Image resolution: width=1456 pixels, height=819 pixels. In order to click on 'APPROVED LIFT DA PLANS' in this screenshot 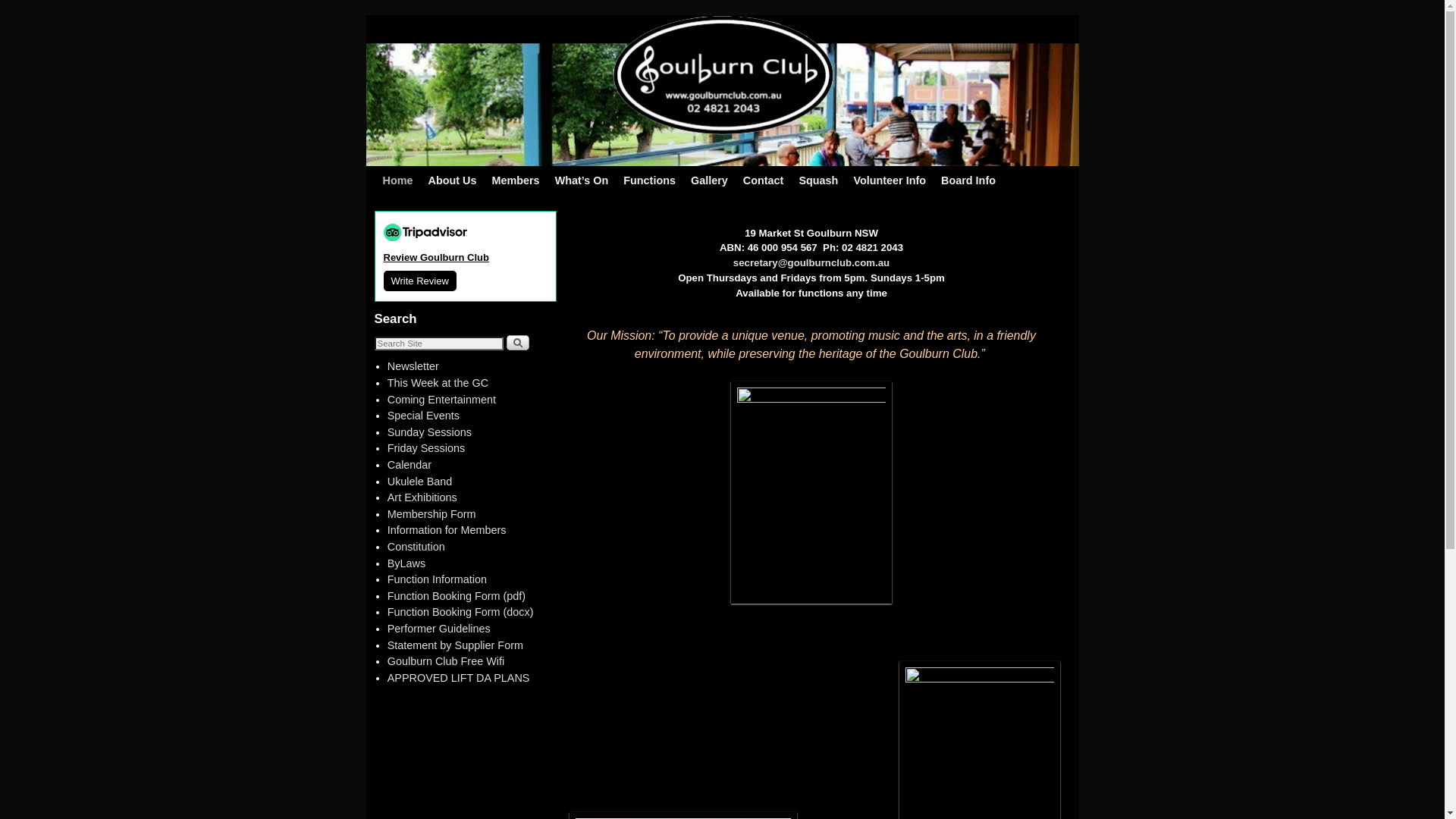, I will do `click(457, 677)`.